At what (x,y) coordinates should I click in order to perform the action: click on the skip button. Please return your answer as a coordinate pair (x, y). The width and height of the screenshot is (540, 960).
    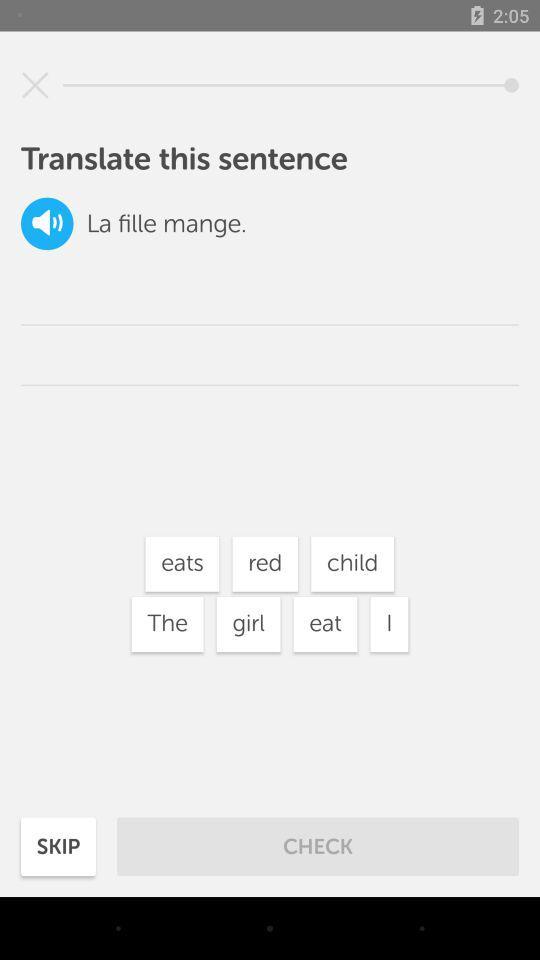
    Looking at the image, I should click on (58, 846).